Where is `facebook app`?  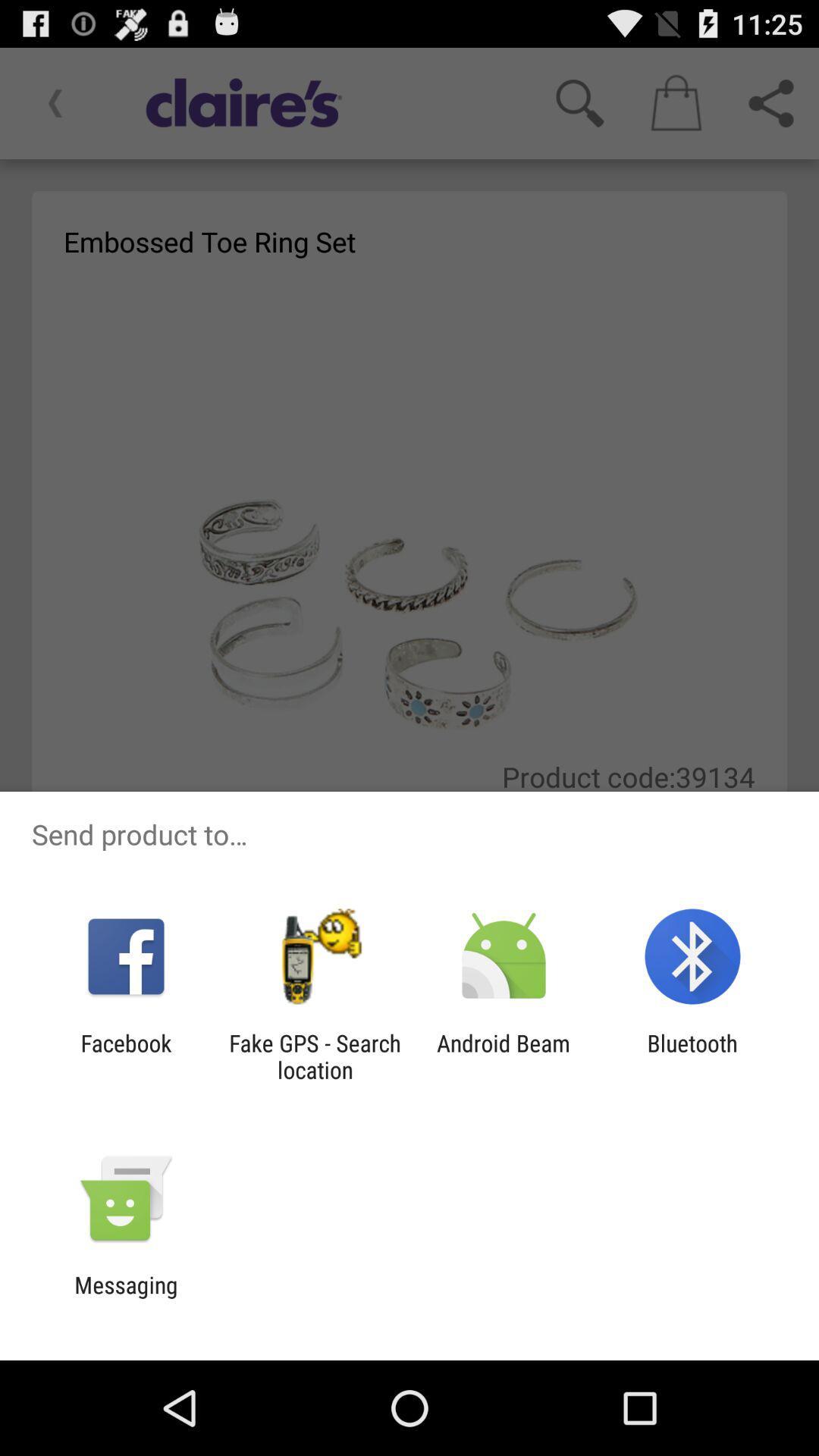
facebook app is located at coordinates (125, 1056).